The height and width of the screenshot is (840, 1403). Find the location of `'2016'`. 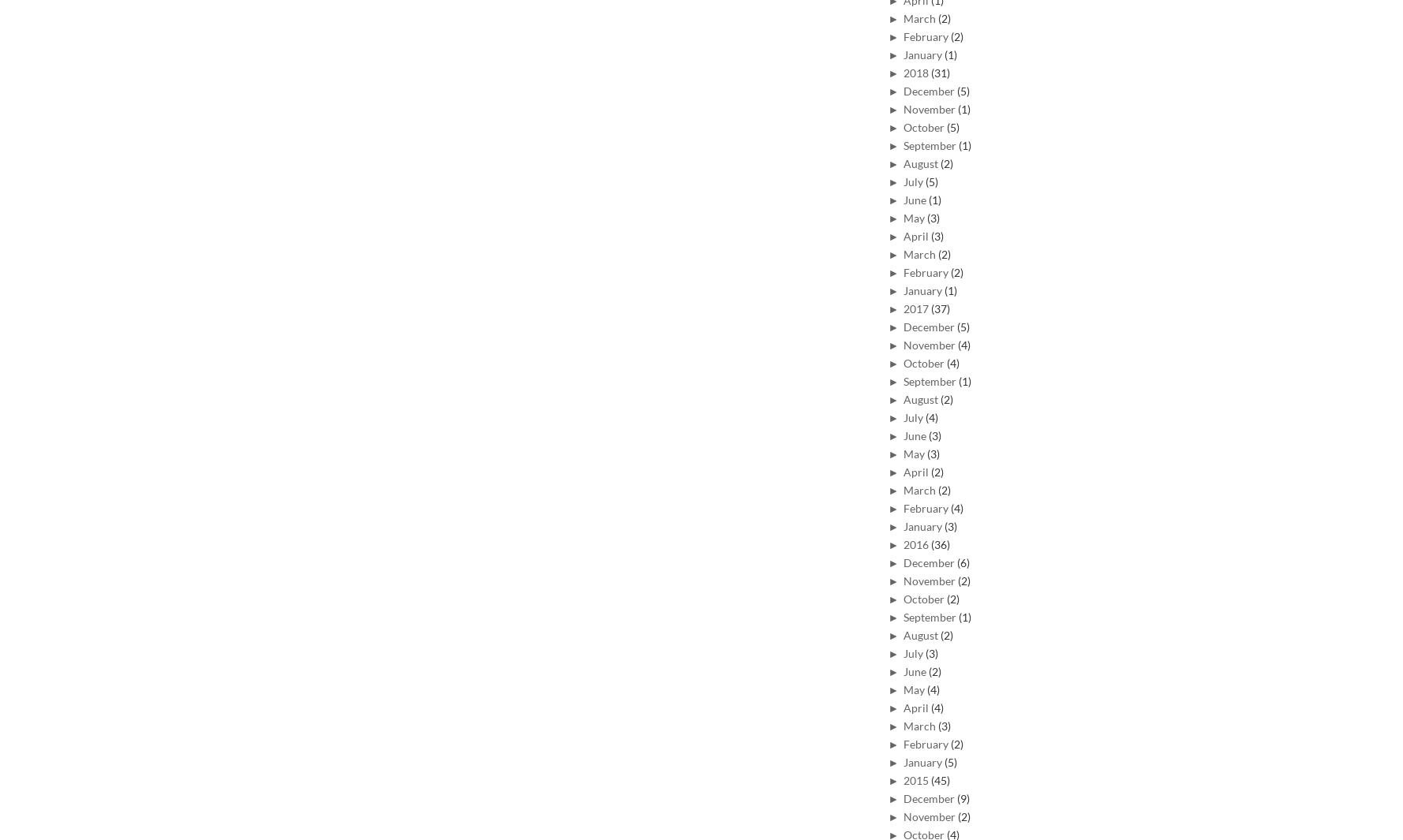

'2016' is located at coordinates (916, 543).